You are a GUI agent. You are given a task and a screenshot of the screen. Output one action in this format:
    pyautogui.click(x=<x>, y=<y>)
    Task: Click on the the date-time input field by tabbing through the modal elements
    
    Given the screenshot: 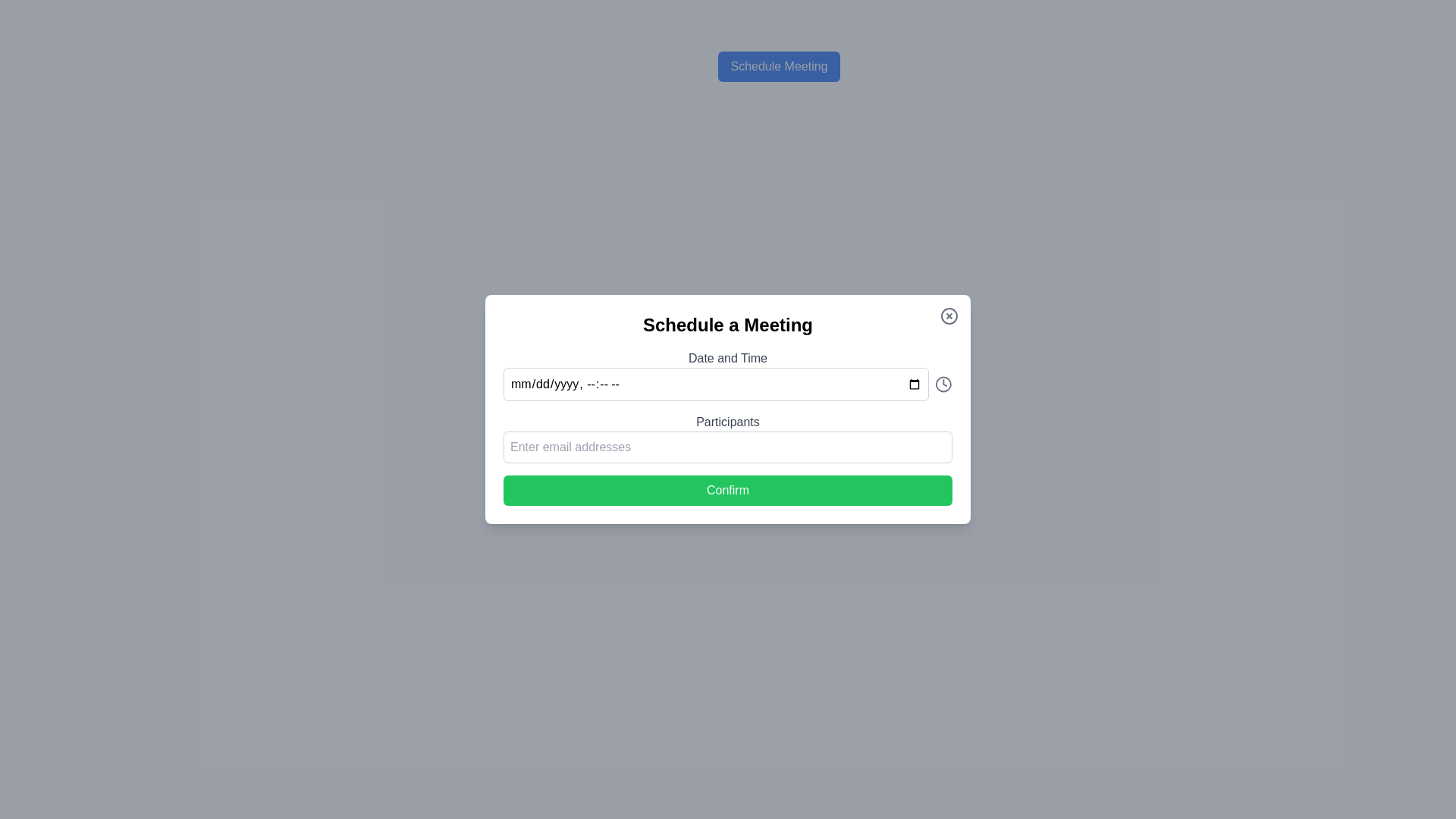 What is the action you would take?
    pyautogui.click(x=715, y=383)
    